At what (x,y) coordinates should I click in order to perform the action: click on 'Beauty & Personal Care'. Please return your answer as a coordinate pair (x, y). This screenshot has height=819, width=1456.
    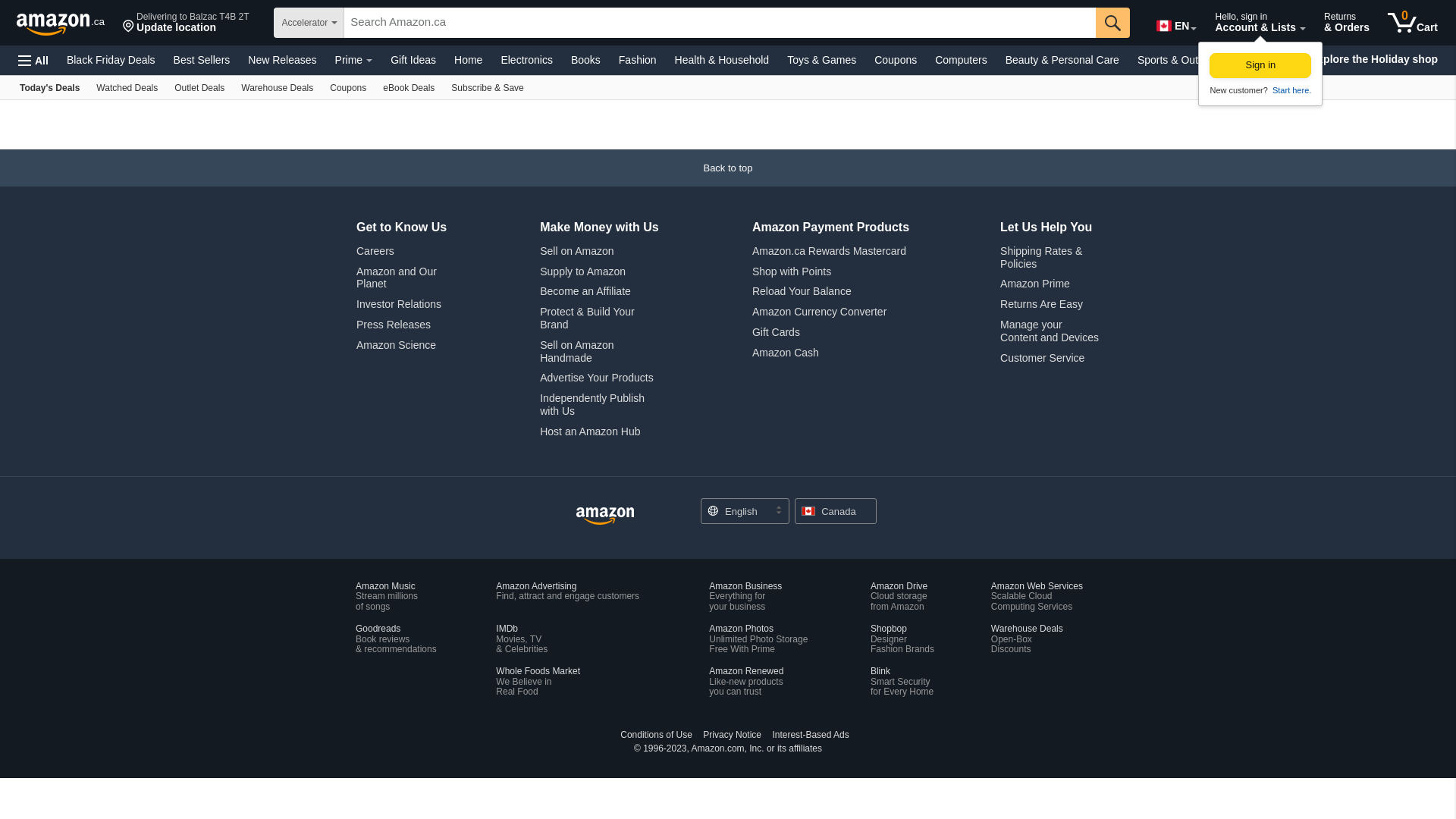
    Looking at the image, I should click on (1062, 58).